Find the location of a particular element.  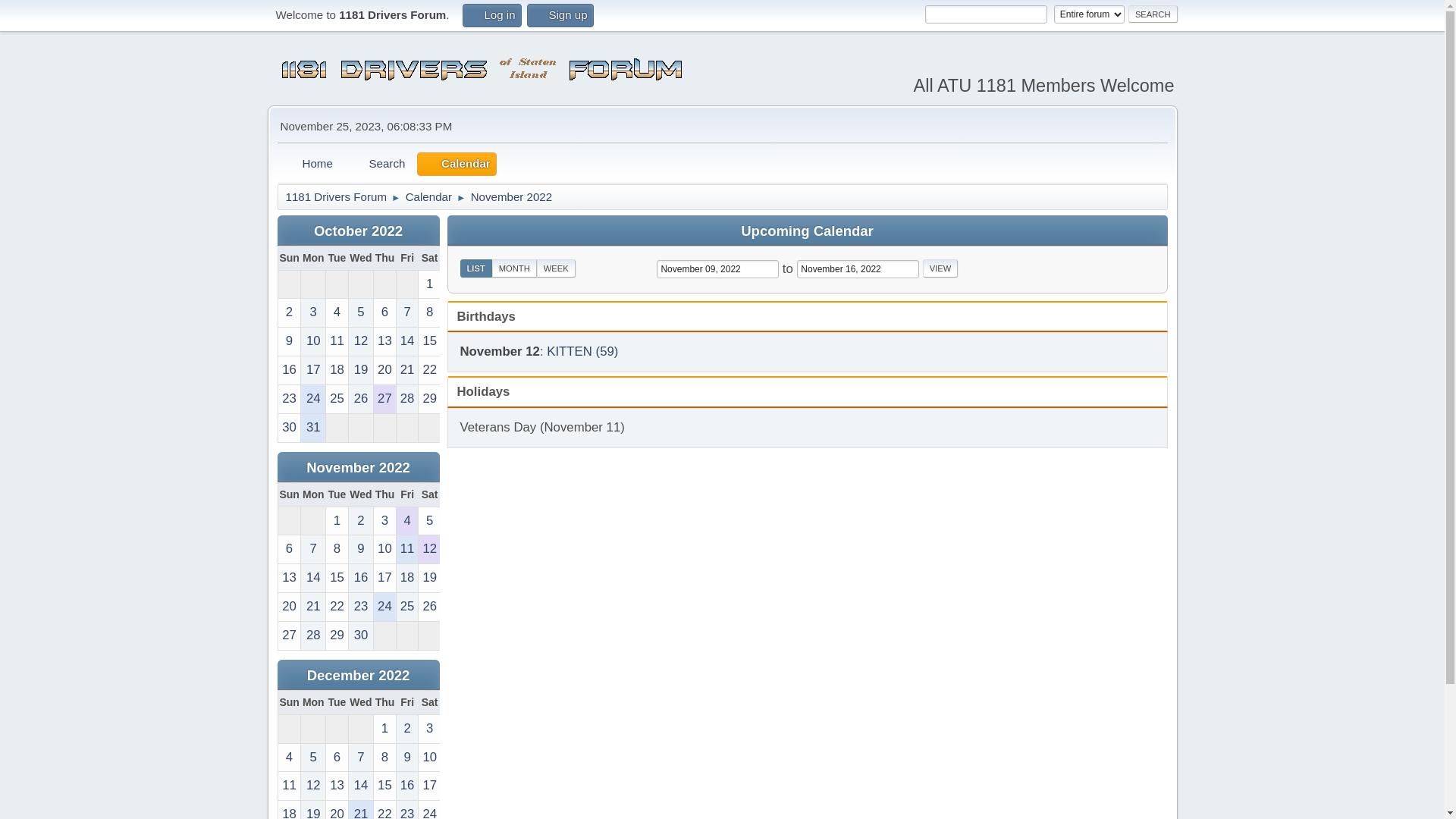

'9' is located at coordinates (407, 758).